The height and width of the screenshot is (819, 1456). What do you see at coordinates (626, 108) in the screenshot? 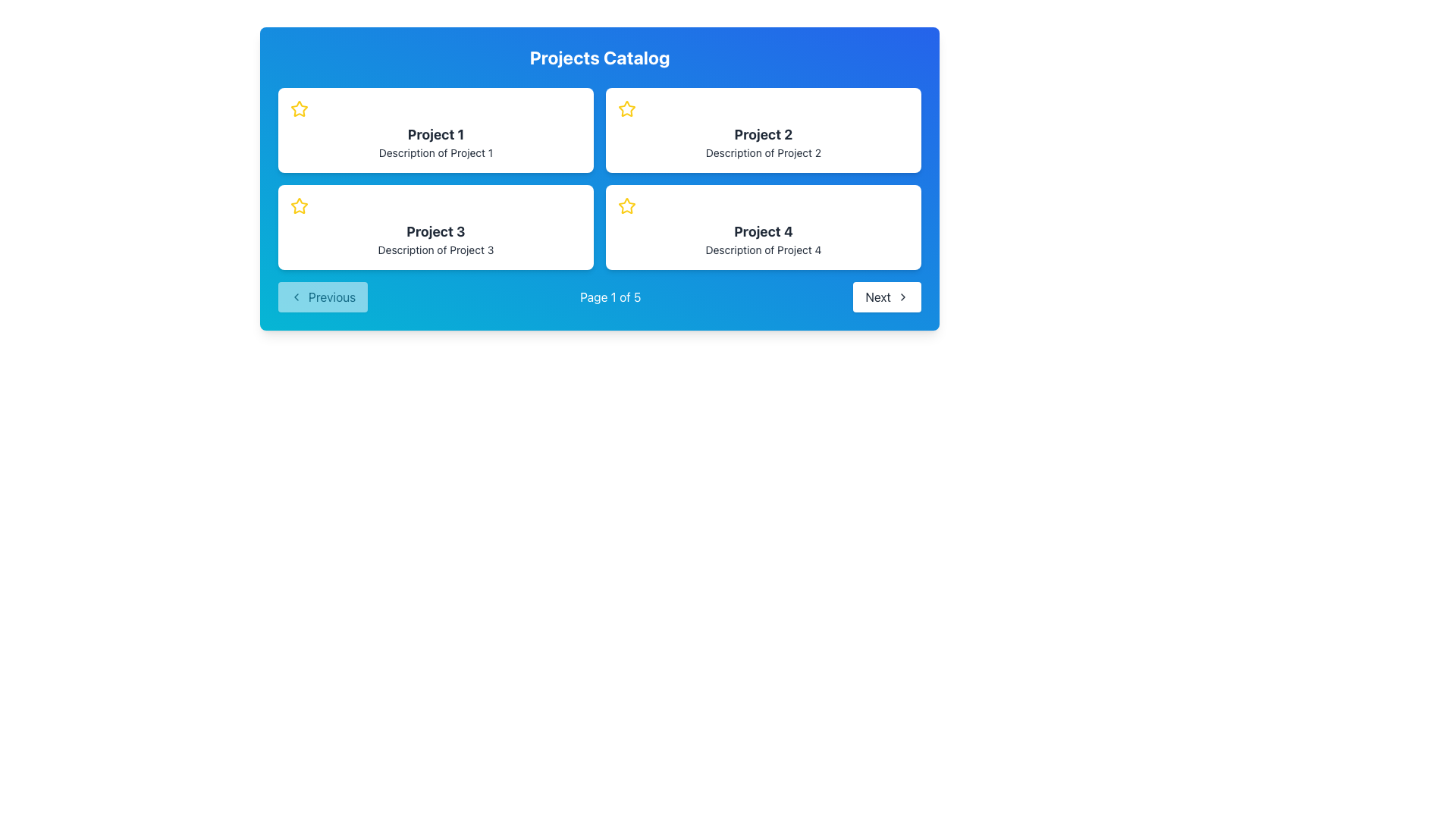
I see `the star icon in the upper left corner of the 'Project 2' card` at bounding box center [626, 108].